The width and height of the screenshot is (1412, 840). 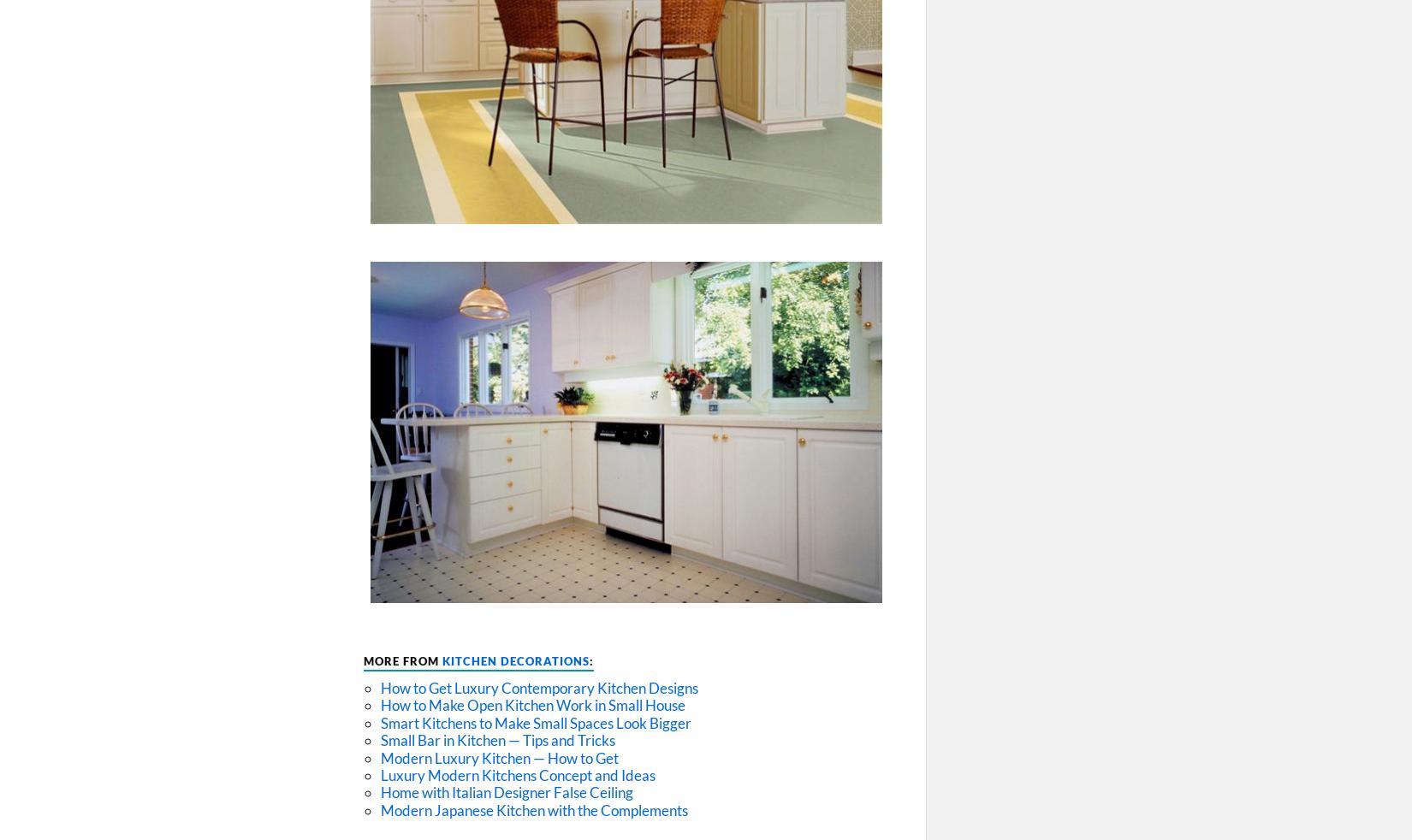 What do you see at coordinates (441, 661) in the screenshot?
I see `'Kitchen Decorations'` at bounding box center [441, 661].